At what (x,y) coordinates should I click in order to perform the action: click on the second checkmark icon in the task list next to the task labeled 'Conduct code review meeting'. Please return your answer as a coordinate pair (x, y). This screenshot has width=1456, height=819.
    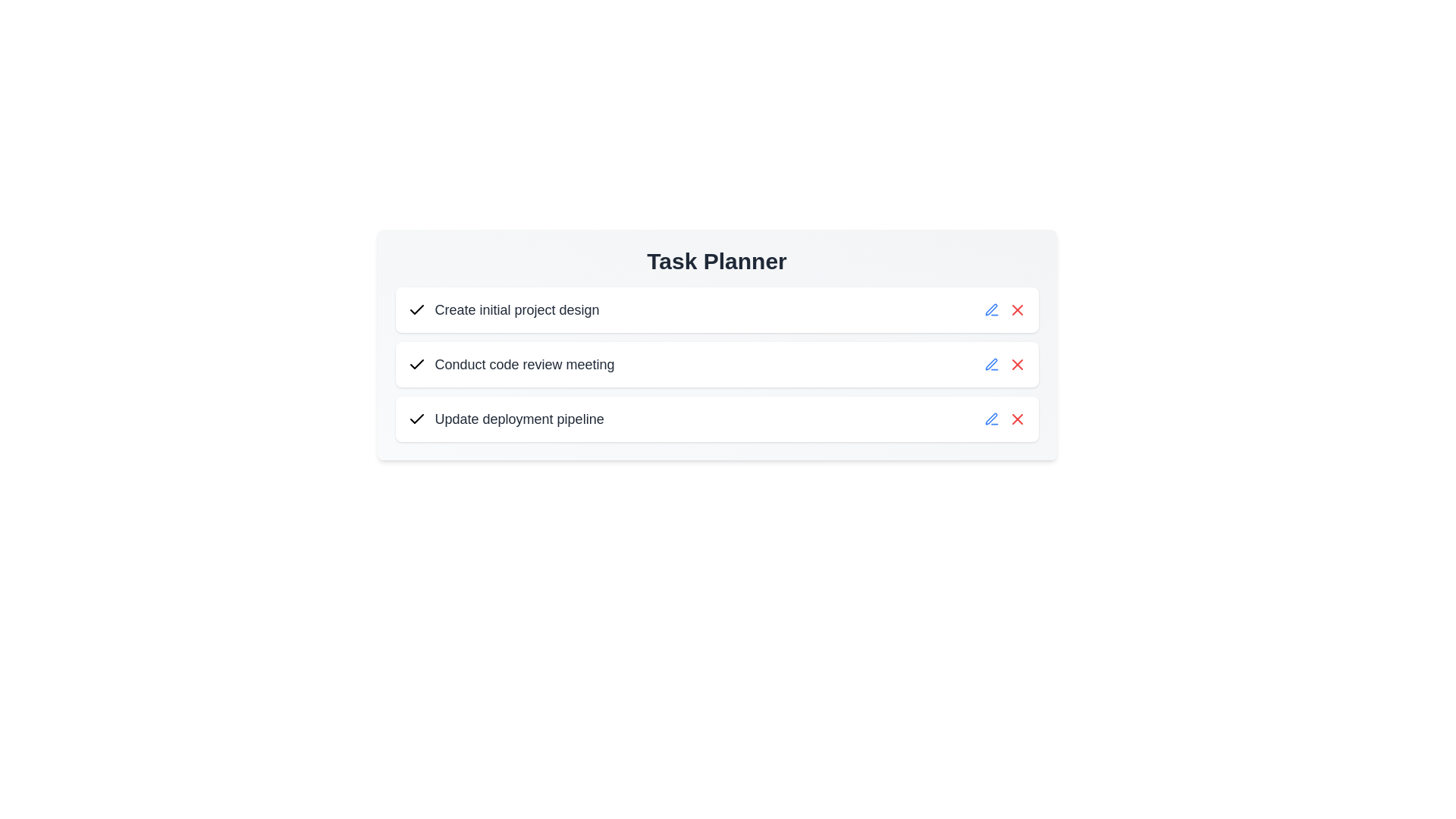
    Looking at the image, I should click on (416, 364).